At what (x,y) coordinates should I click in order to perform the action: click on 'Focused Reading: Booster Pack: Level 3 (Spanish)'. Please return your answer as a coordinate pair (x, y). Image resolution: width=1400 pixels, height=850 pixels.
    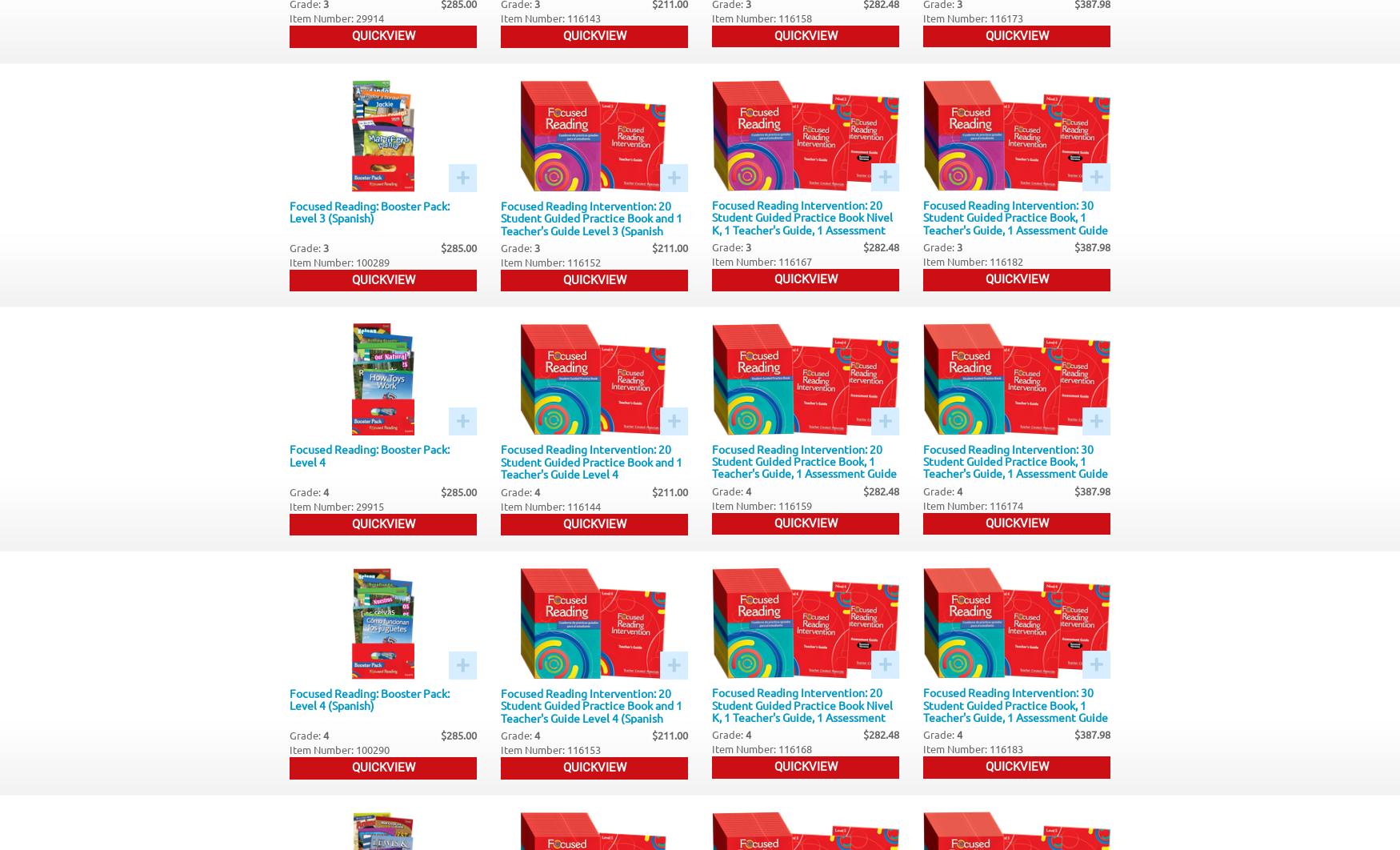
    Looking at the image, I should click on (290, 211).